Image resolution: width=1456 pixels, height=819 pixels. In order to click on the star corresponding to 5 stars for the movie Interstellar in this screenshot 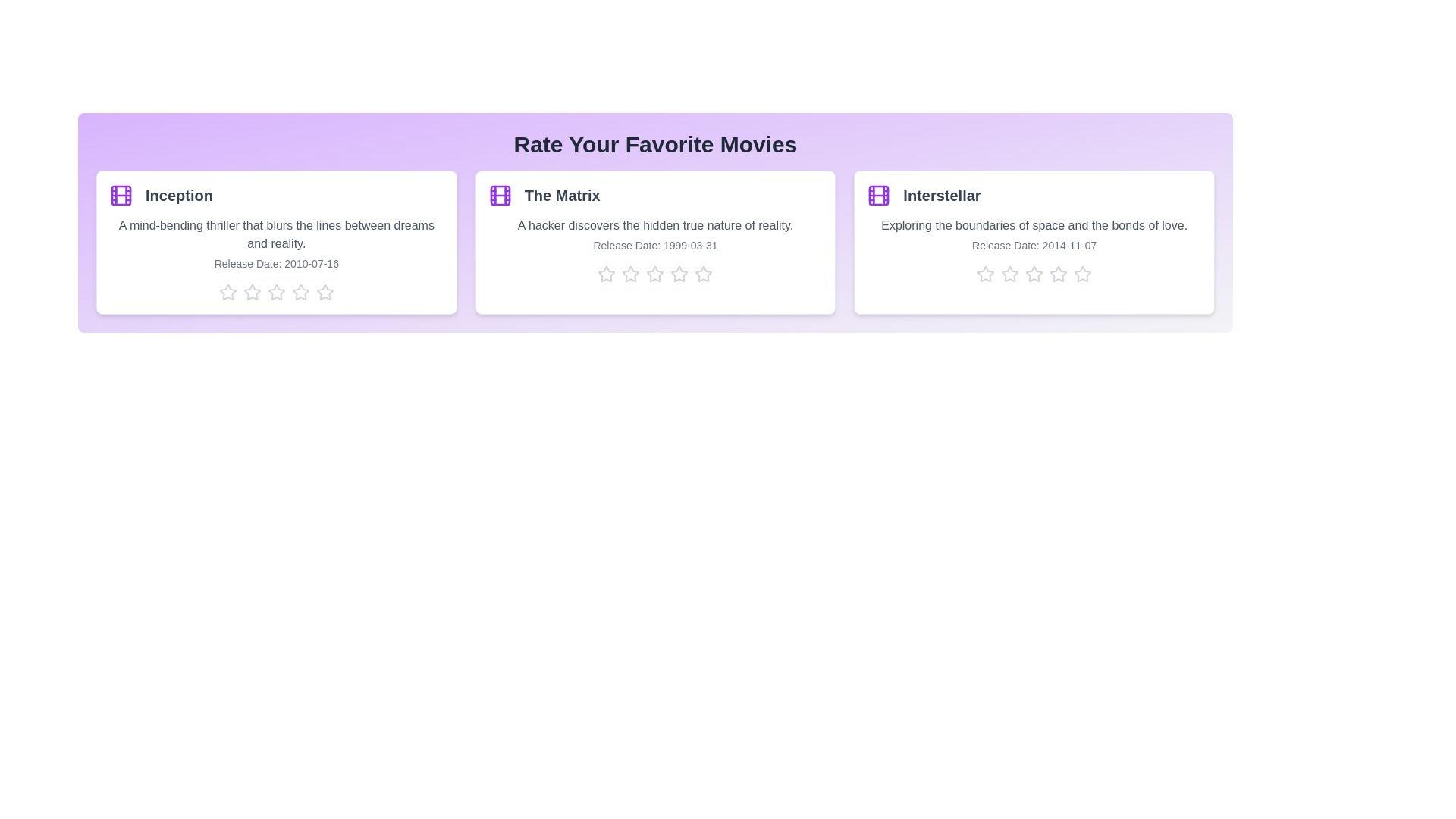, I will do `click(1082, 275)`.